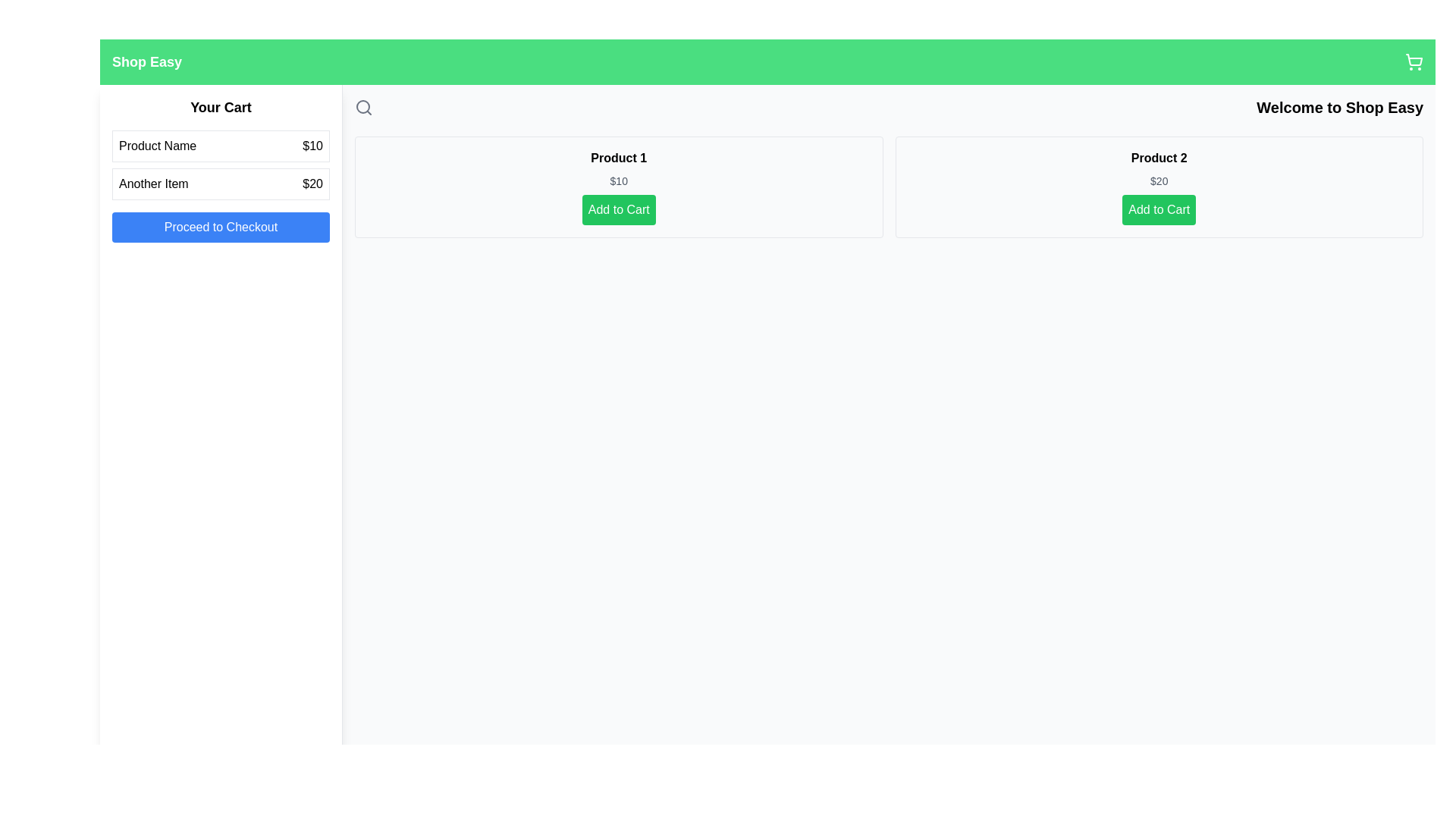  Describe the element at coordinates (312, 146) in the screenshot. I see `the static text label displaying the price of 'Product Name' in the cart section, located to the right of the 'Product Name' label` at that location.